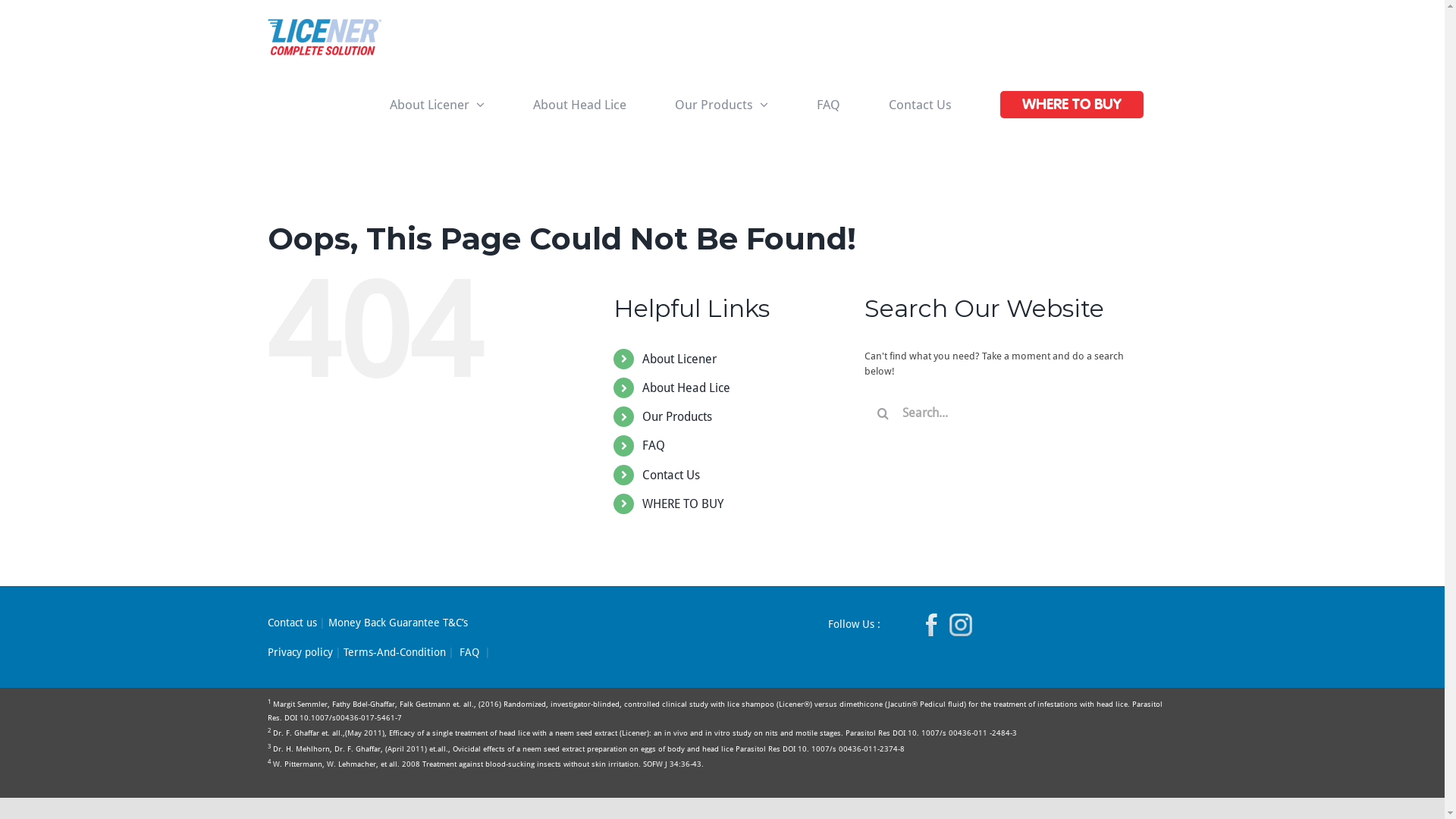  Describe the element at coordinates (659, 104) in the screenshot. I see `'Our Products'` at that location.